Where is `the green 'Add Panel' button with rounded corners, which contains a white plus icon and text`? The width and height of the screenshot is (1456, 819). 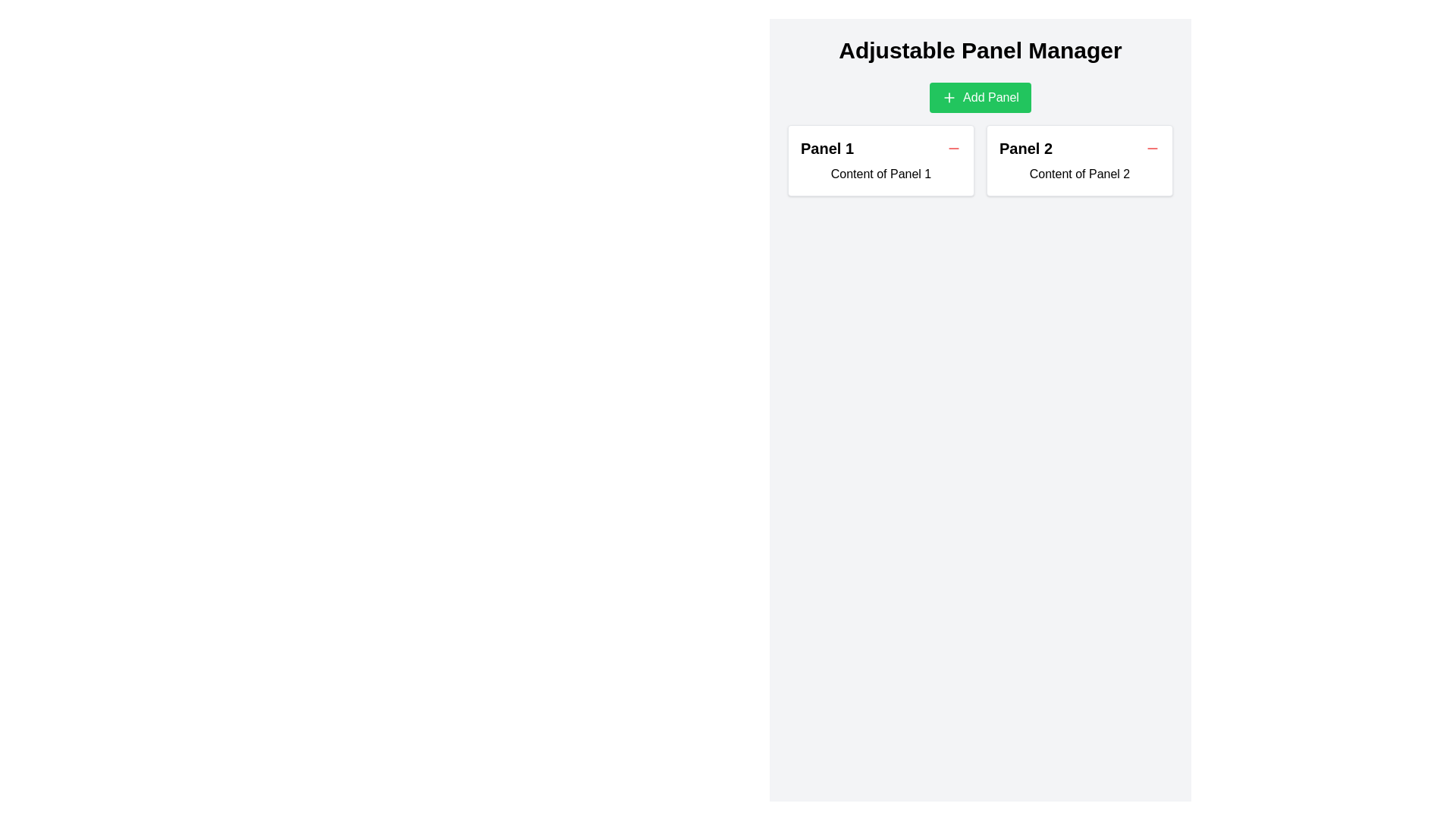
the green 'Add Panel' button with rounded corners, which contains a white plus icon and text is located at coordinates (980, 97).